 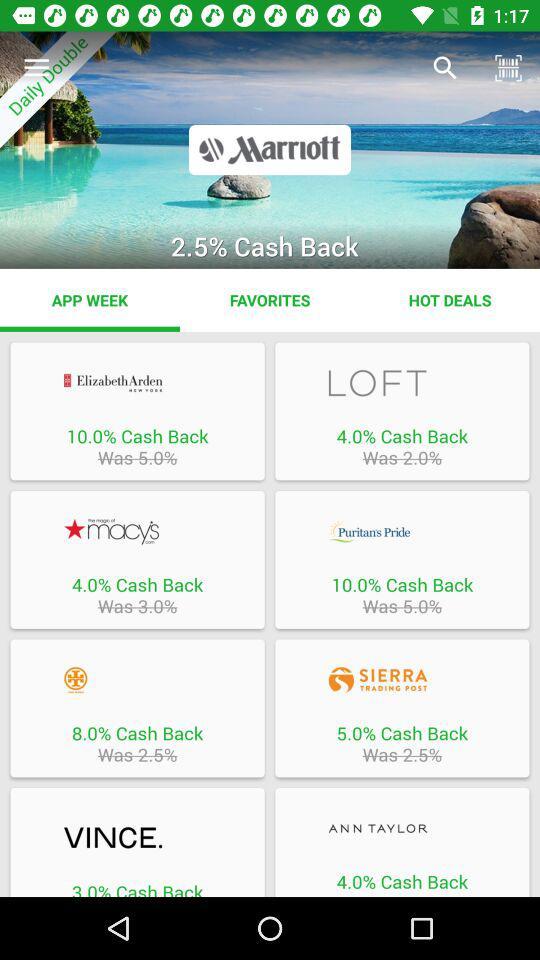 I want to click on website, so click(x=136, y=382).